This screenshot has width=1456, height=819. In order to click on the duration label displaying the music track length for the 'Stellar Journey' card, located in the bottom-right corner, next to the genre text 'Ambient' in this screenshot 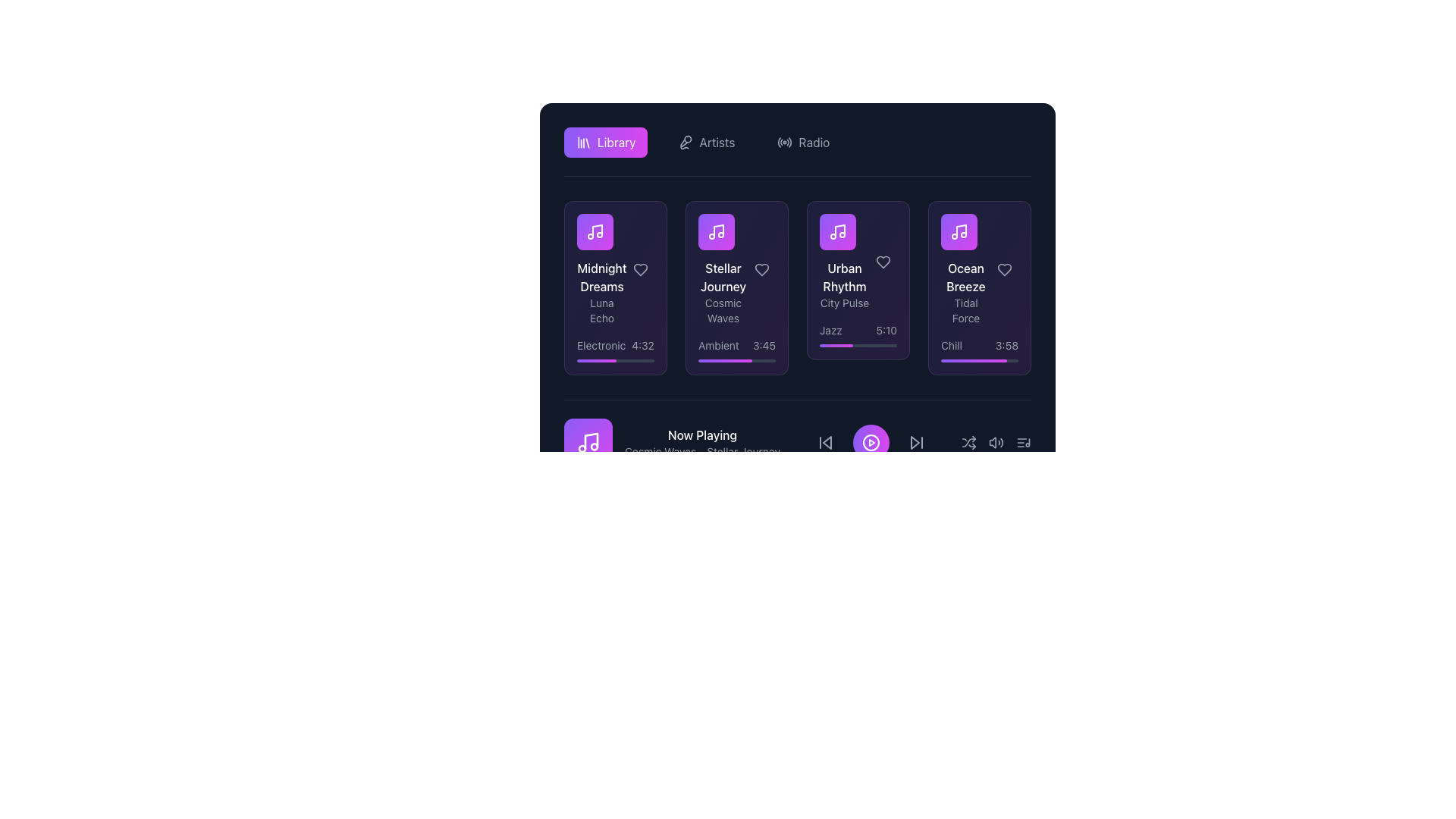, I will do `click(764, 345)`.